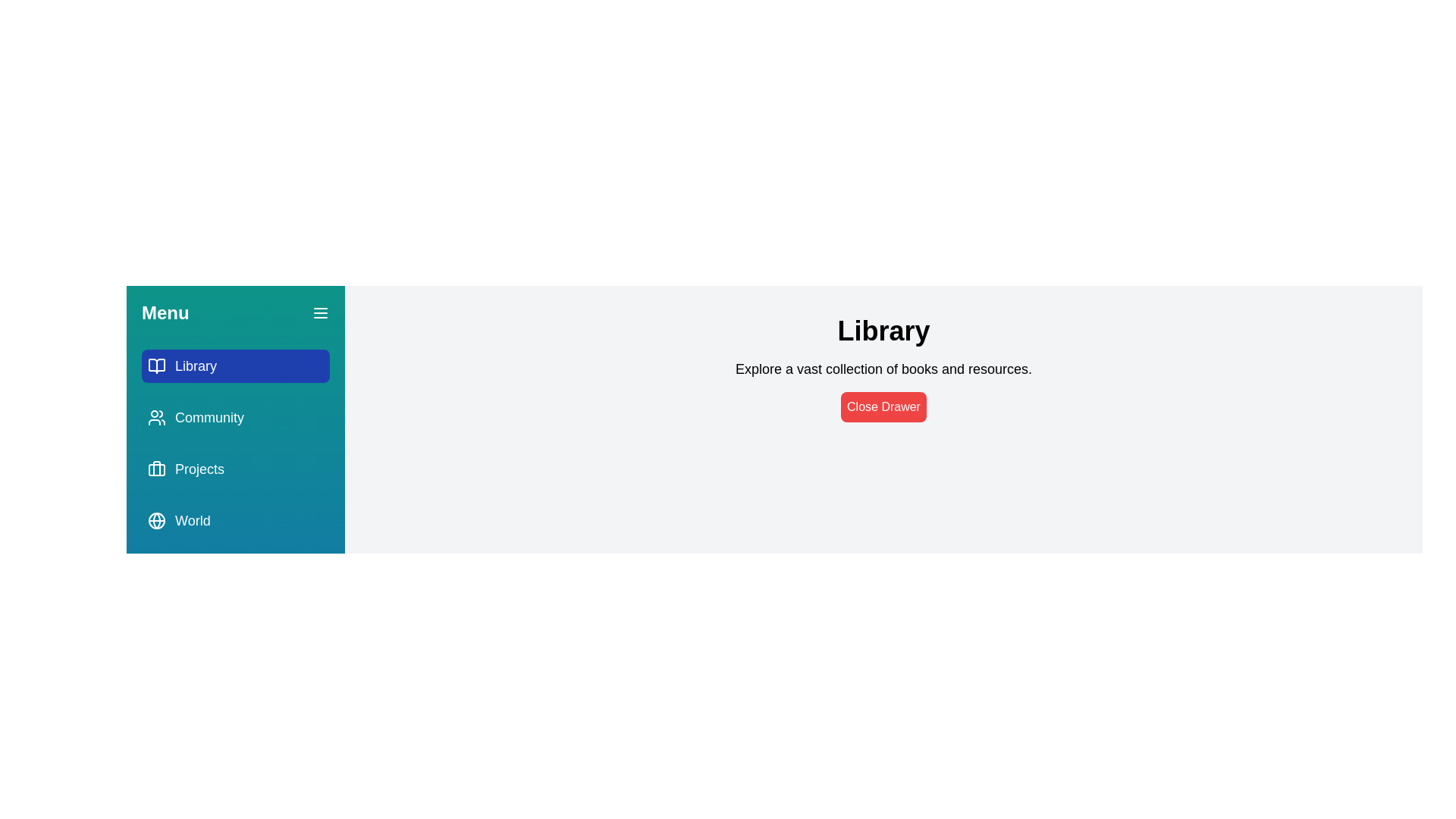  I want to click on the tab named Community from the menu, so click(235, 418).